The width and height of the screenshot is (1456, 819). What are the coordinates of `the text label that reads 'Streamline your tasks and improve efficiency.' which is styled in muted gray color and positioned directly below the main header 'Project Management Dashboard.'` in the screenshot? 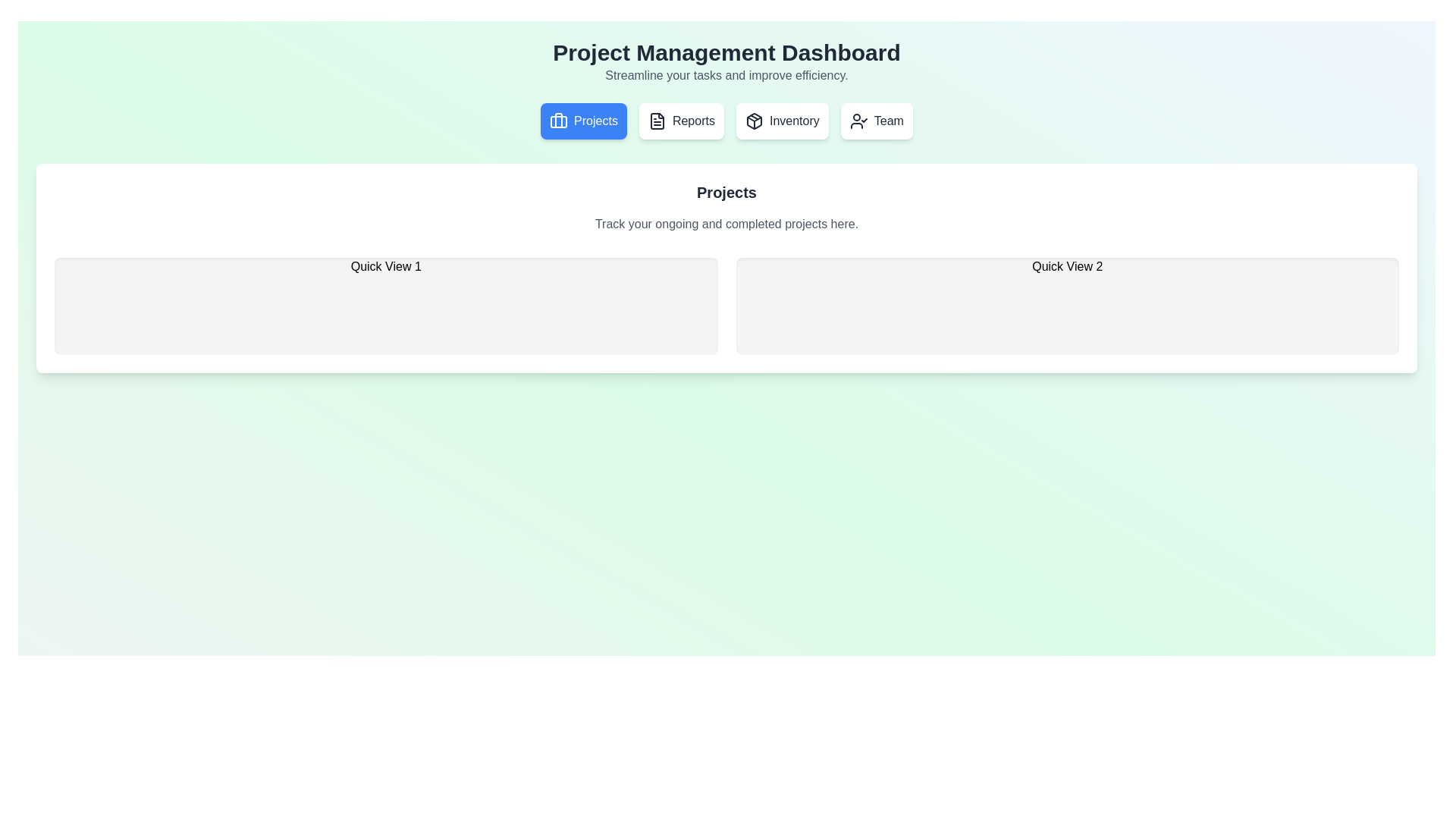 It's located at (726, 76).